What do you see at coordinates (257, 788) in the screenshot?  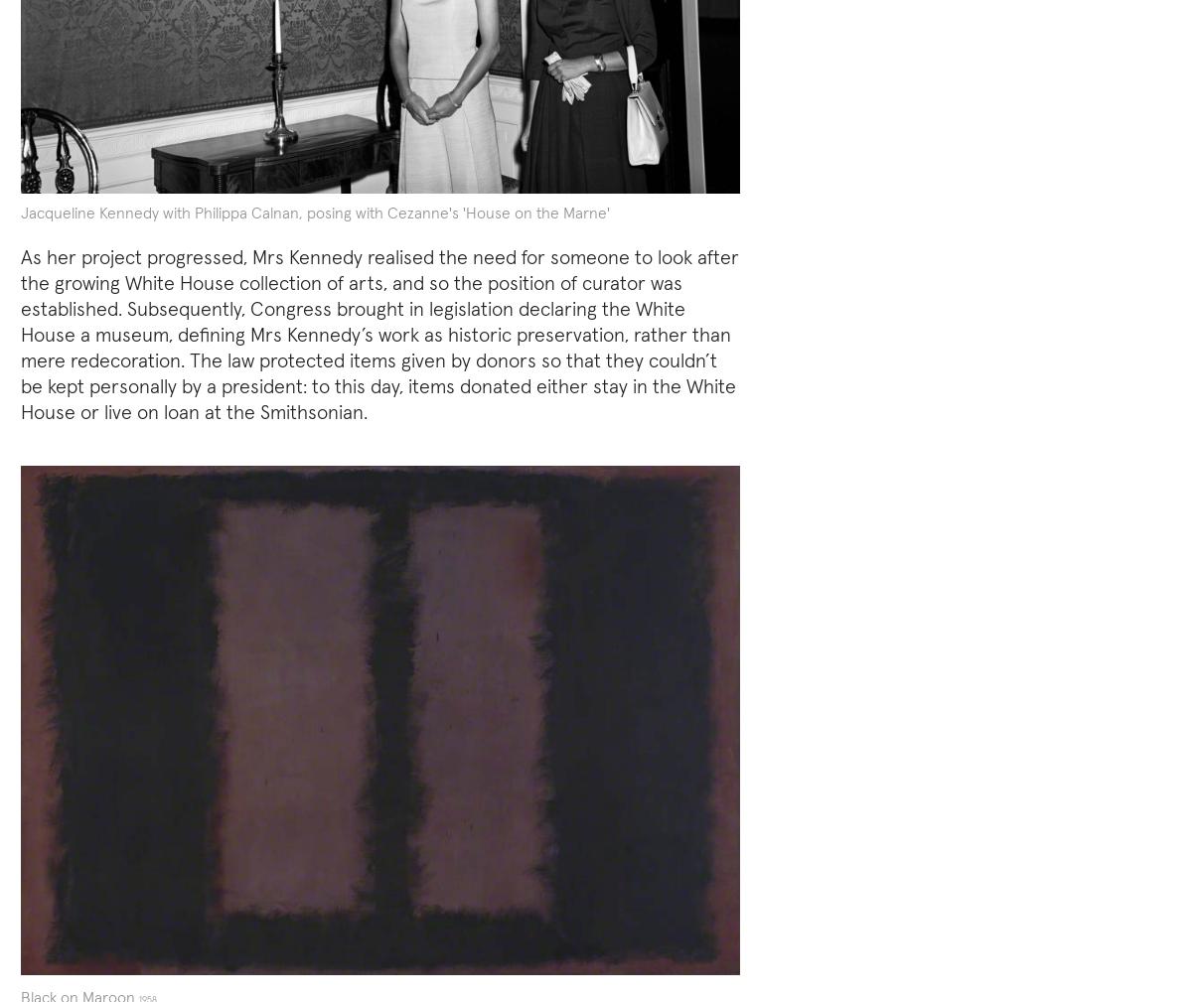 I see `'return the bust'` at bounding box center [257, 788].